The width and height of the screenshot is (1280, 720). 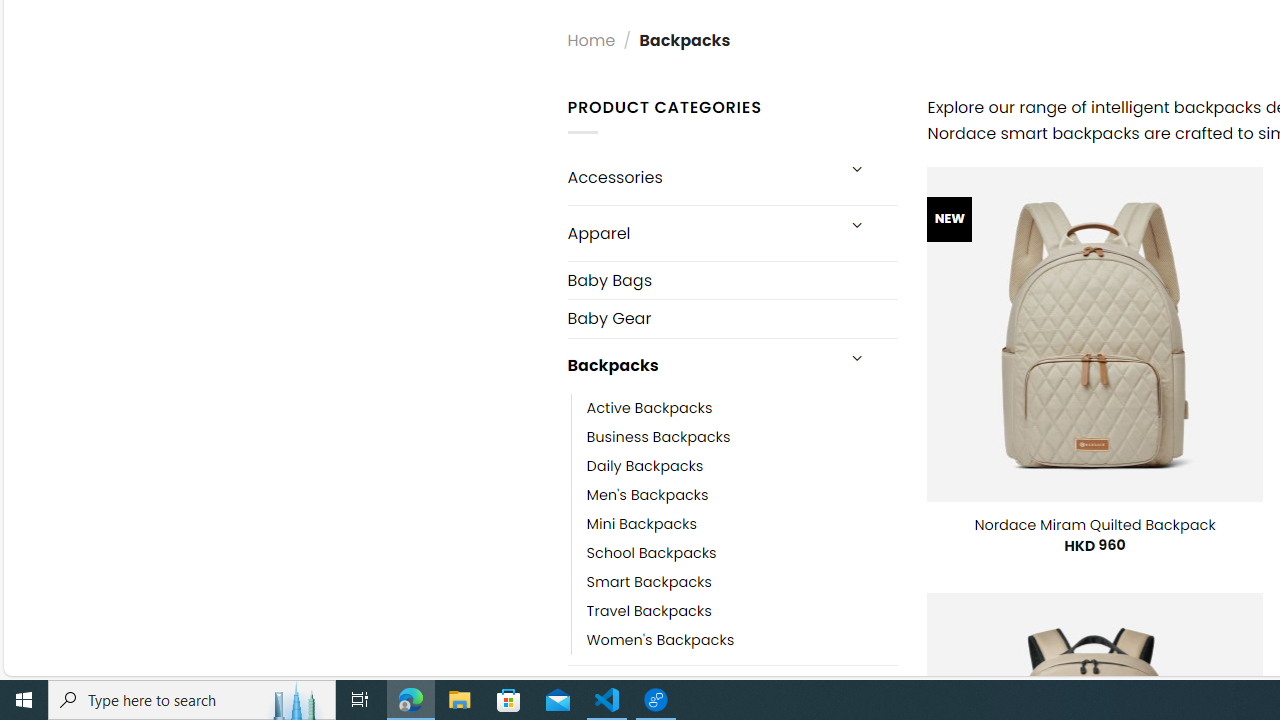 I want to click on 'Daily Backpacks', so click(x=645, y=465).